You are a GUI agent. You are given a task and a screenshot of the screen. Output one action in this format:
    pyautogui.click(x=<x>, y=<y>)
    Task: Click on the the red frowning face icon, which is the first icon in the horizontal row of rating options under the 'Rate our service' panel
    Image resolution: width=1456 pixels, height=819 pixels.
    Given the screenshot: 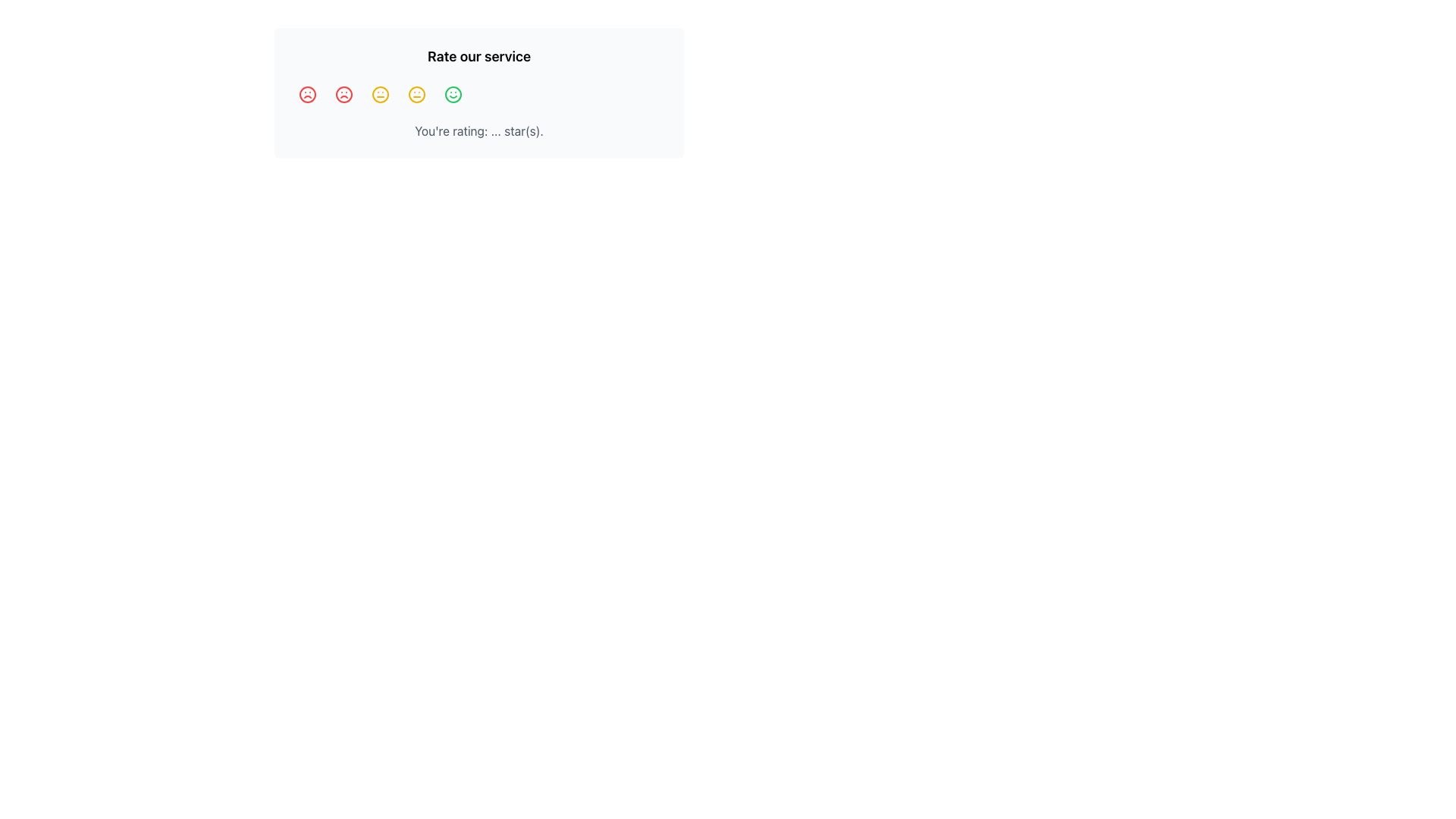 What is the action you would take?
    pyautogui.click(x=307, y=94)
    